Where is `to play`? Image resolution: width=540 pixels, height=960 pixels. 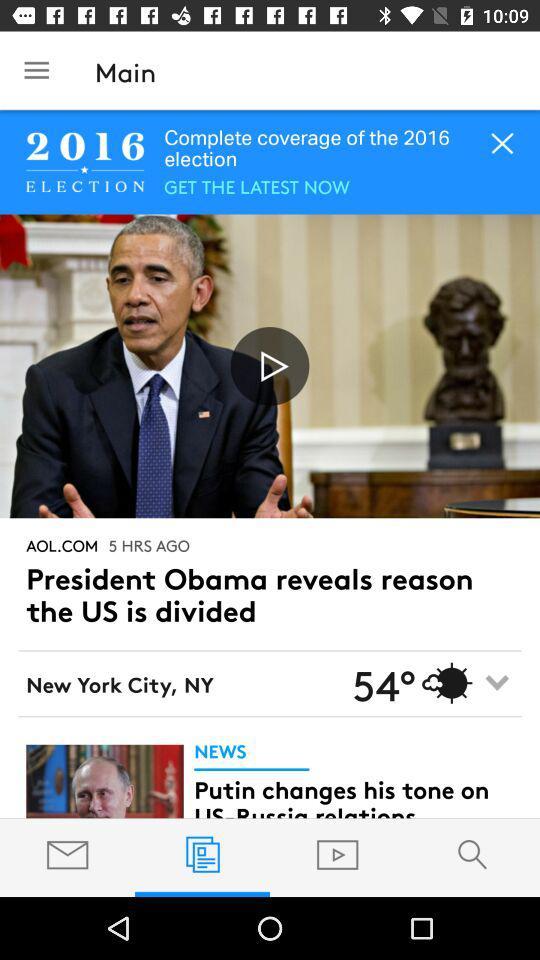
to play is located at coordinates (270, 365).